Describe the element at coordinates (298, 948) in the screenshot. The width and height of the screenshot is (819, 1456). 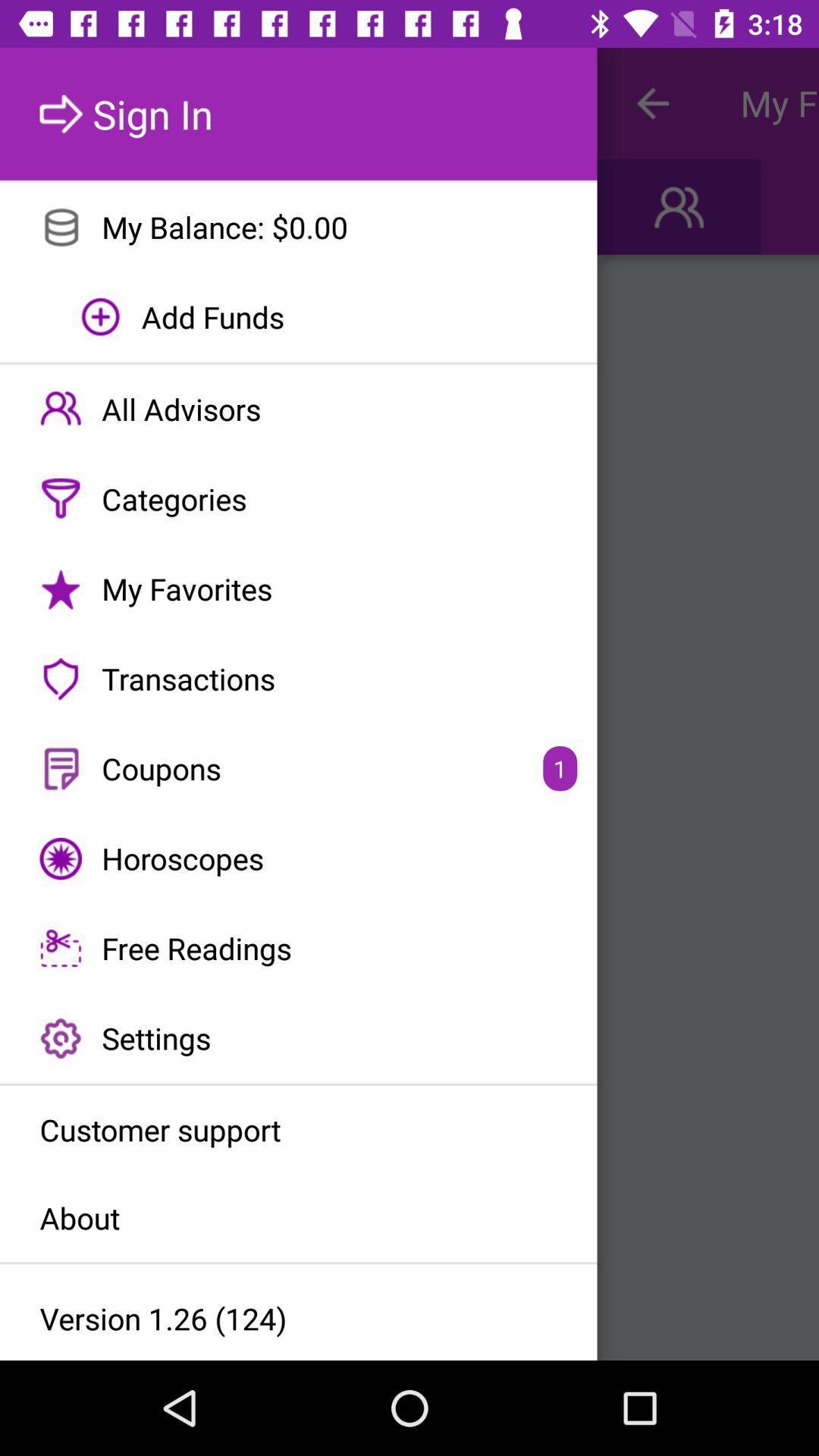
I see `the free readings` at that location.